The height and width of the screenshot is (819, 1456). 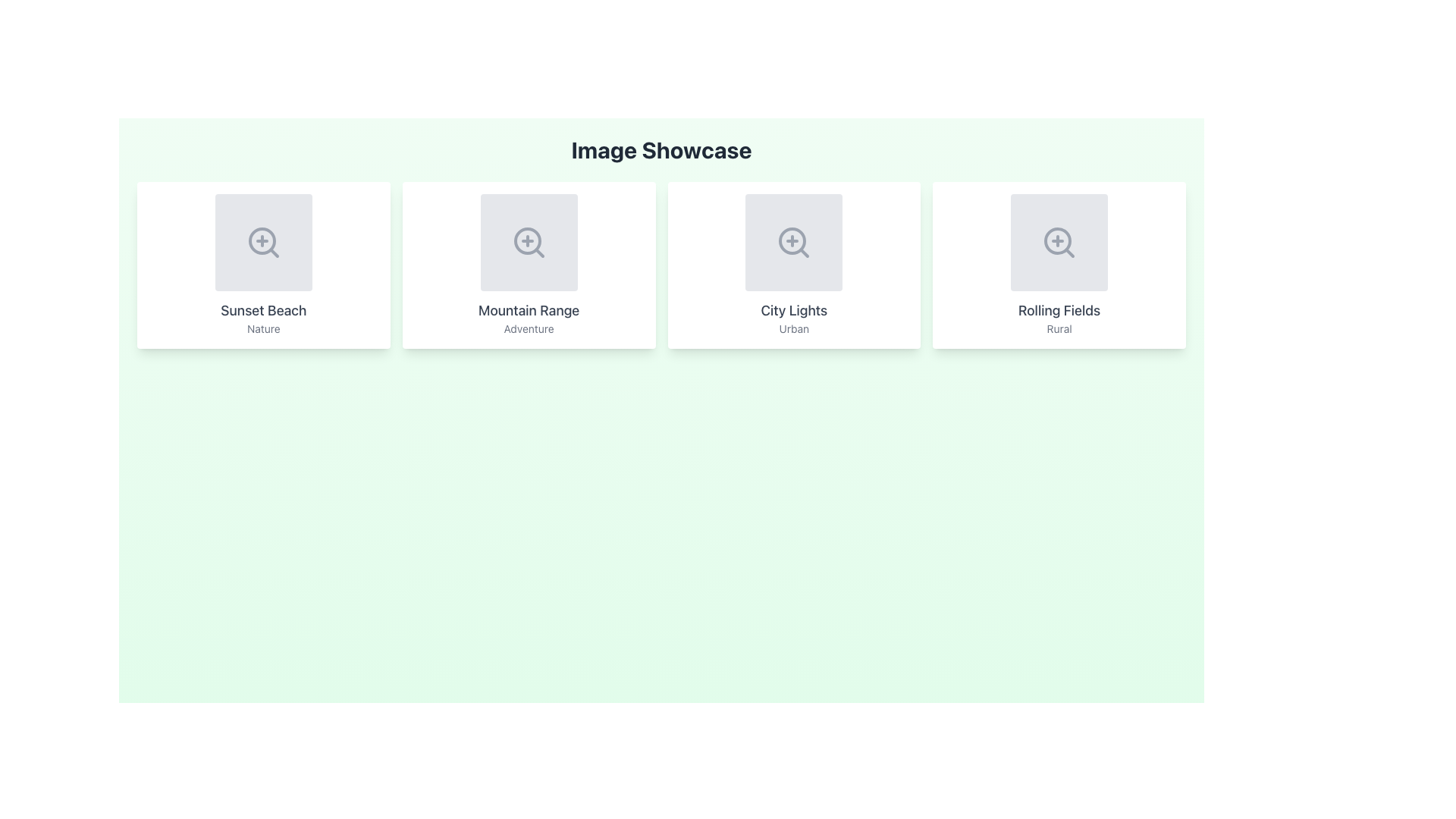 What do you see at coordinates (527, 240) in the screenshot?
I see `the circle element within the SVG graphic that represents the centerpiece of the magnifying glass icon, located in the second card of the grid layout` at bounding box center [527, 240].